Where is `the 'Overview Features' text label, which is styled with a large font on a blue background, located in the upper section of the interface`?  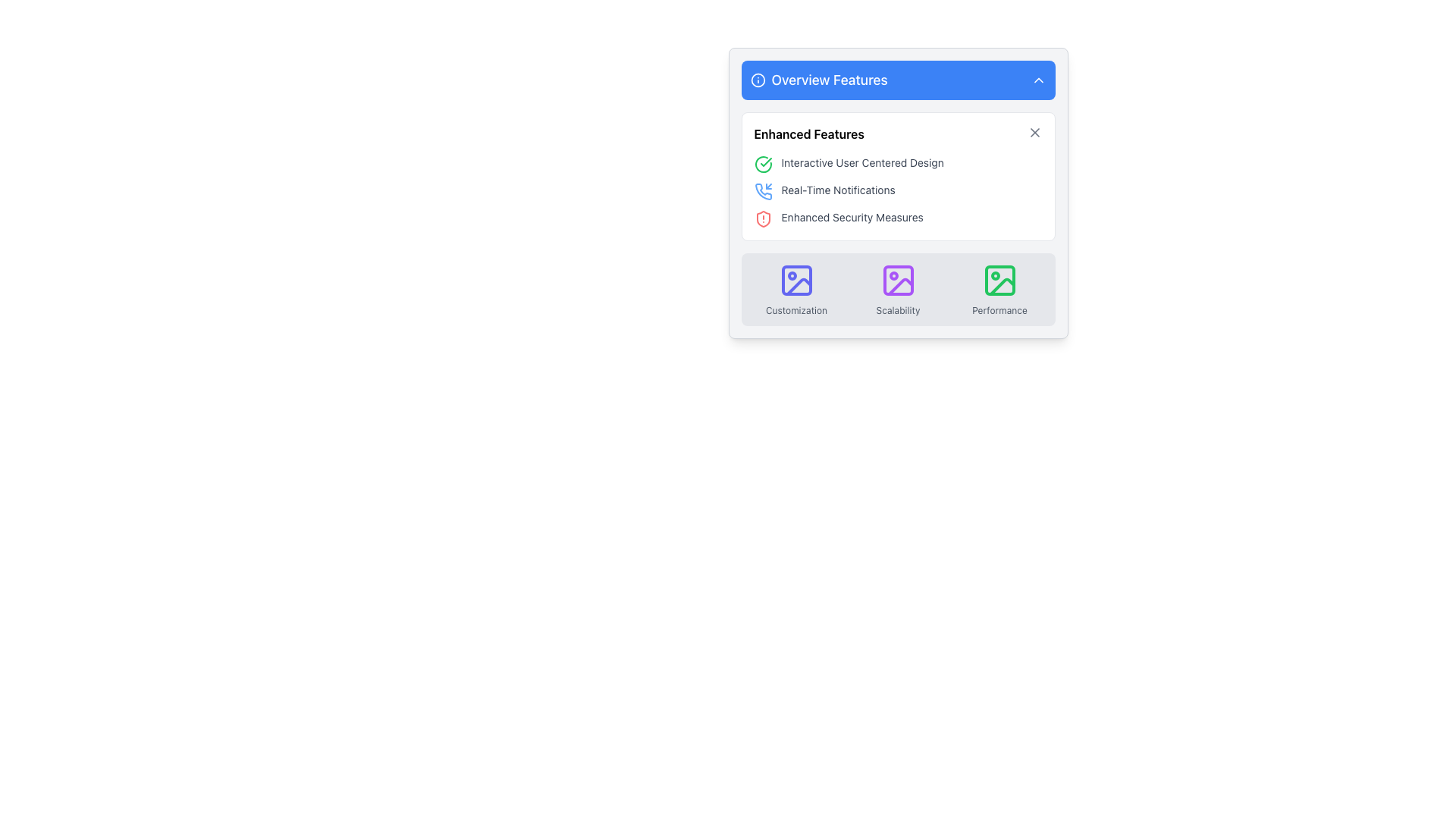 the 'Overview Features' text label, which is styled with a large font on a blue background, located in the upper section of the interface is located at coordinates (829, 80).